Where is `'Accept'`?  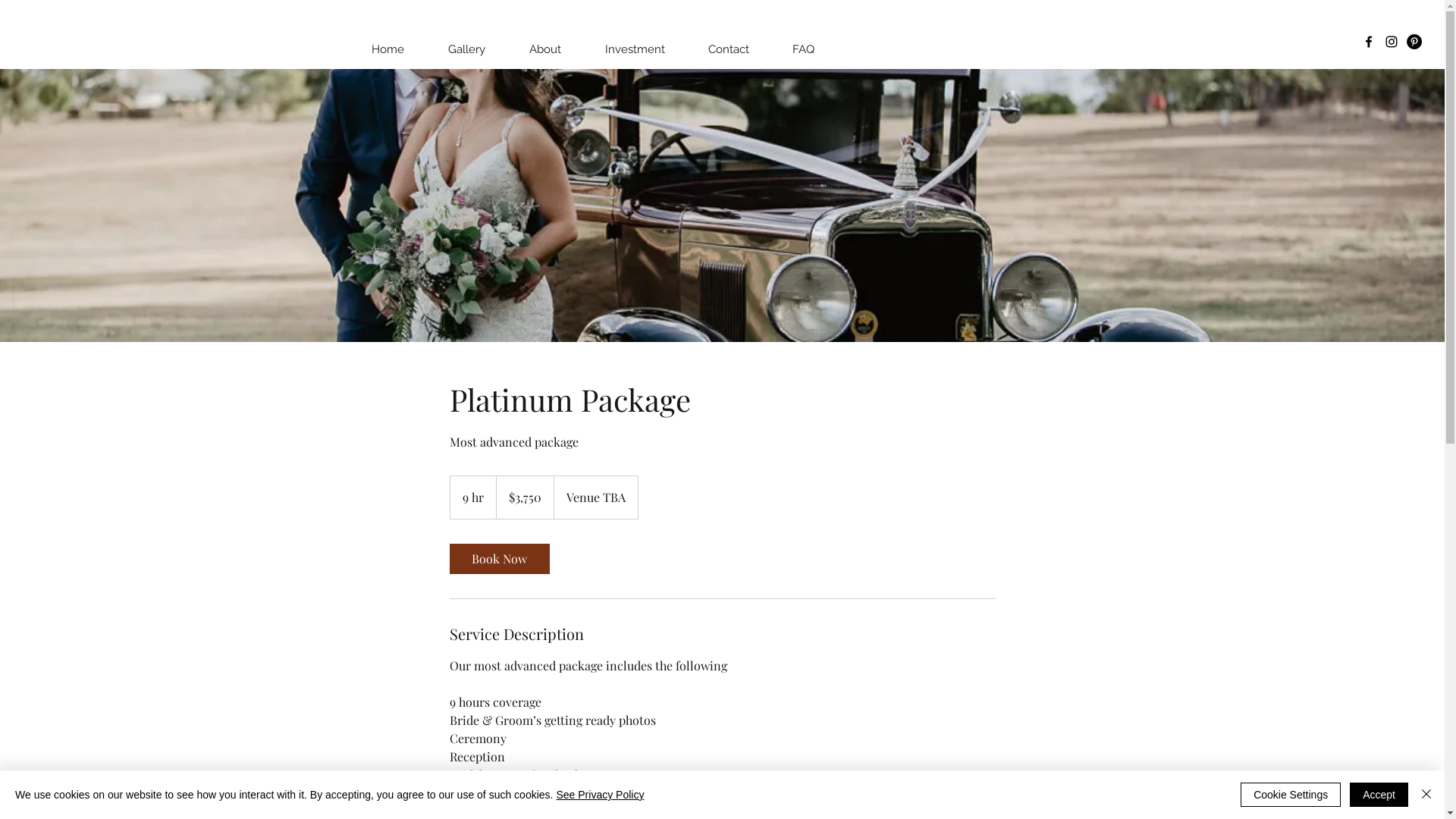 'Accept' is located at coordinates (1379, 794).